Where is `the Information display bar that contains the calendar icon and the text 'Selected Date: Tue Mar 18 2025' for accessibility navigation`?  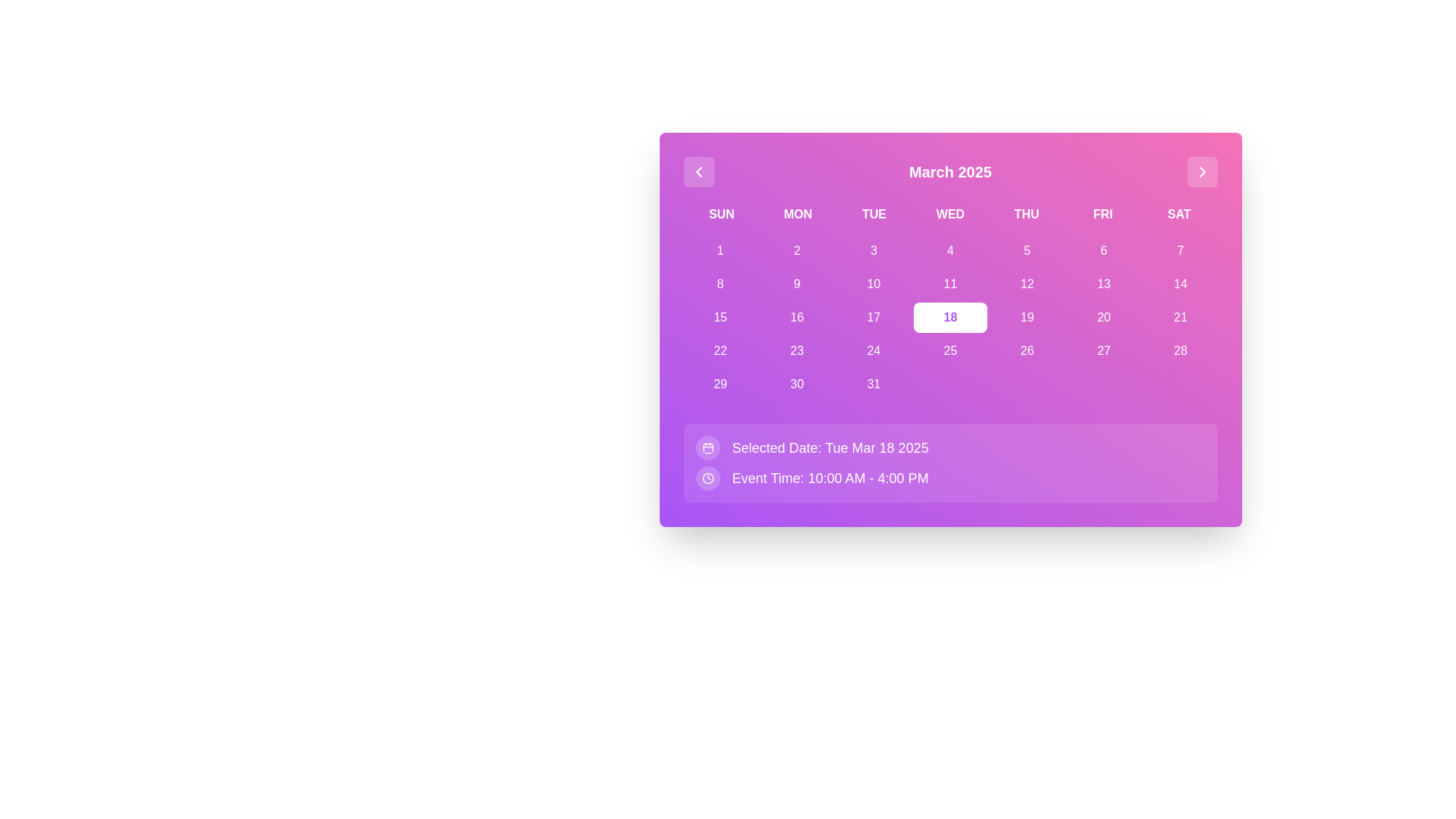 the Information display bar that contains the calendar icon and the text 'Selected Date: Tue Mar 18 2025' for accessibility navigation is located at coordinates (949, 447).